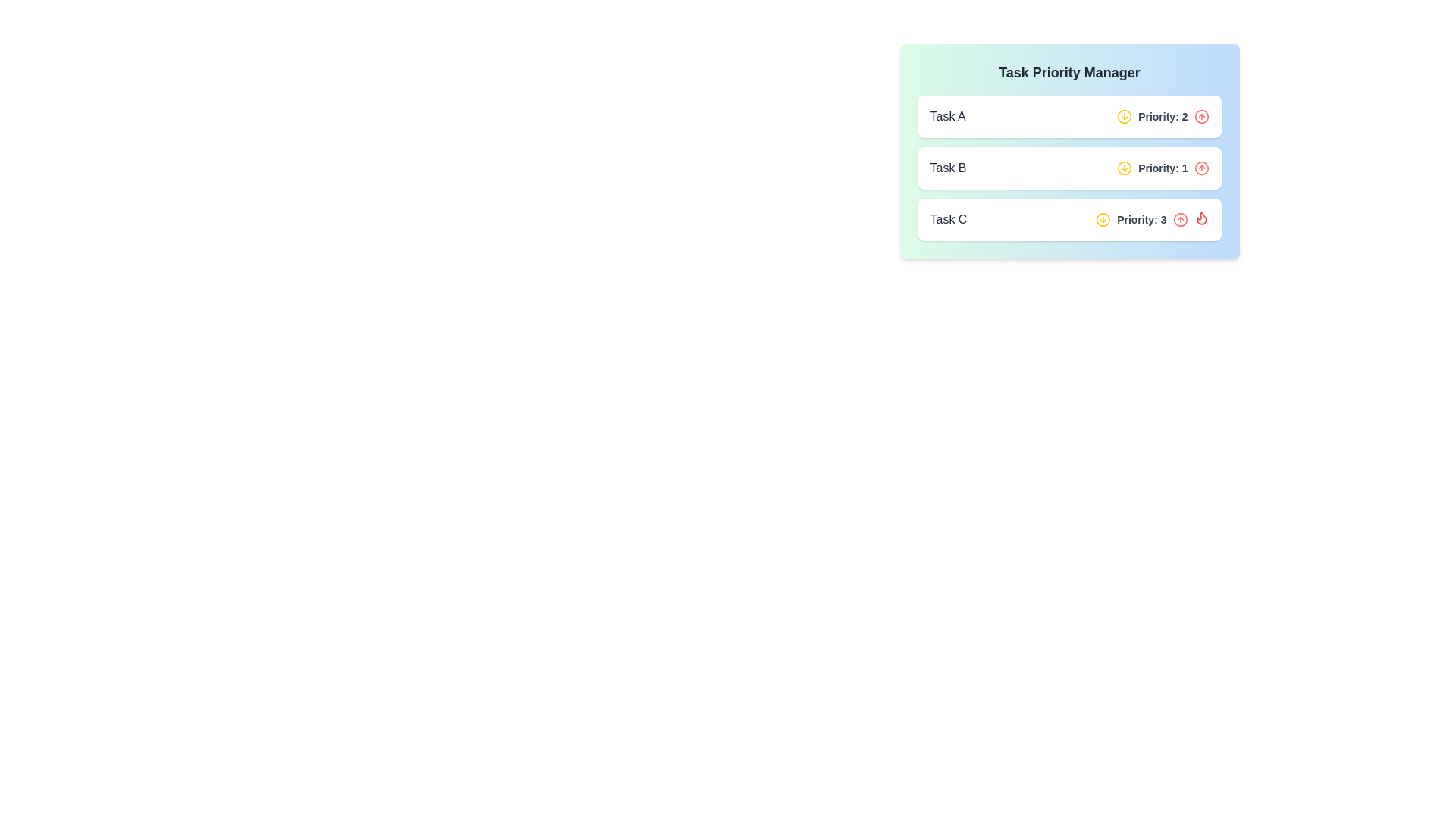  What do you see at coordinates (1200, 168) in the screenshot?
I see `the button to the right of the text 'Priority: 1' for 'Task B' to increment its priority` at bounding box center [1200, 168].